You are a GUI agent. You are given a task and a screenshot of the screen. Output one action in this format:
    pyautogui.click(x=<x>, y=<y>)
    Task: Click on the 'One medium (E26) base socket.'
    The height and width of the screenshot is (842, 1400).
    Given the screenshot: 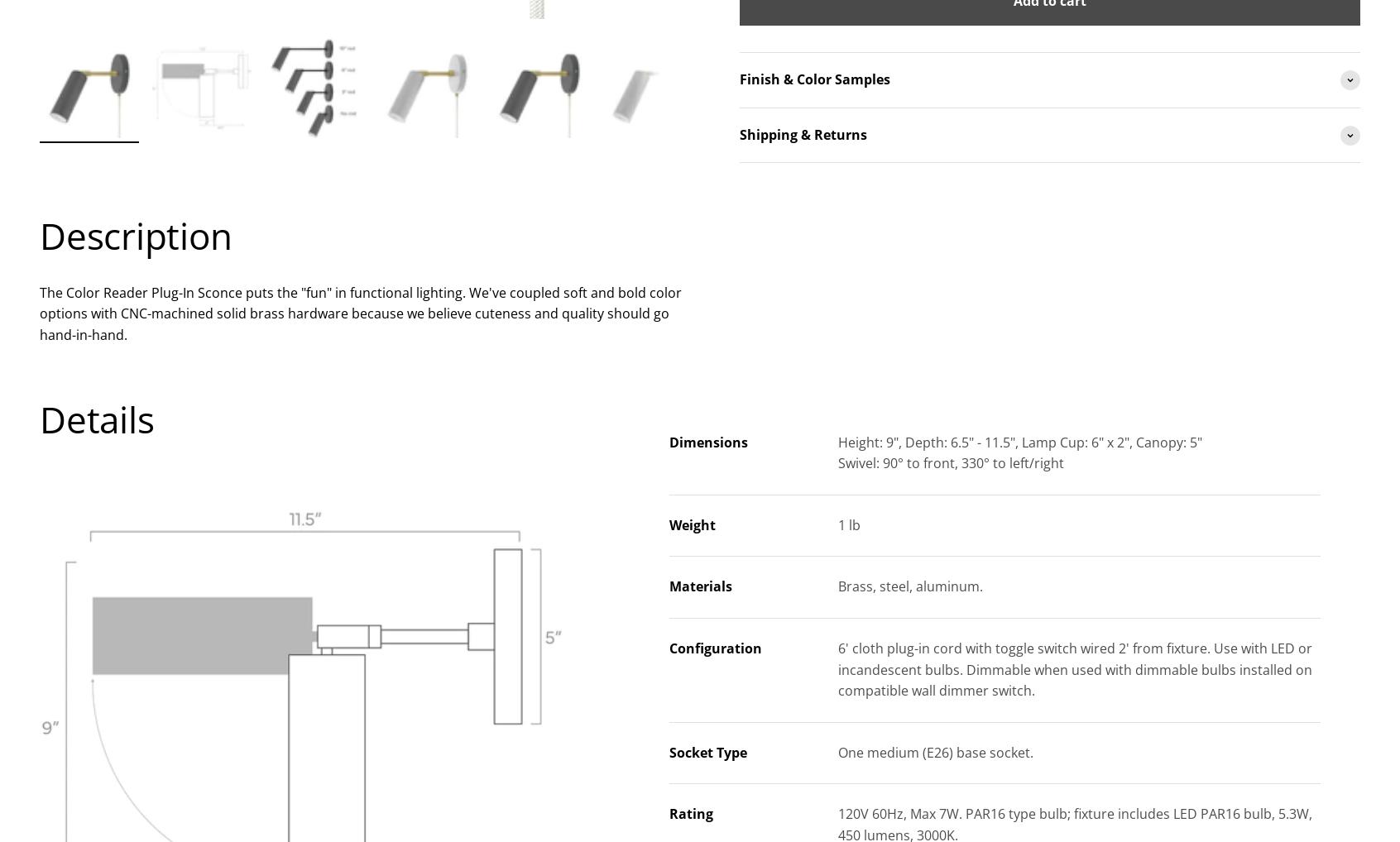 What is the action you would take?
    pyautogui.click(x=934, y=751)
    